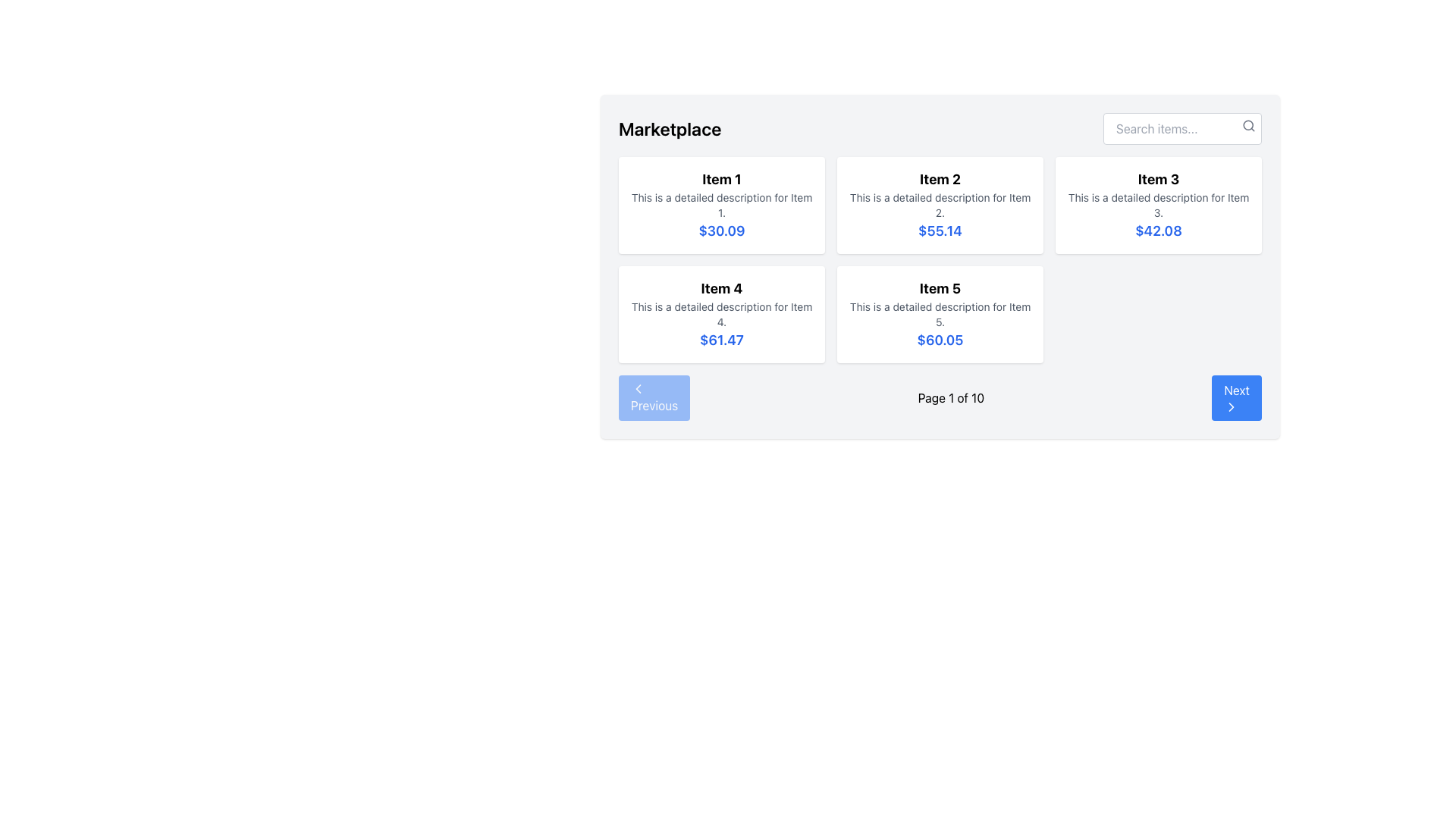 The image size is (1456, 819). I want to click on the text label located in the second row, left column of the grid layout in the 'Marketplace' section, which identifies 'Item 4', so click(720, 289).